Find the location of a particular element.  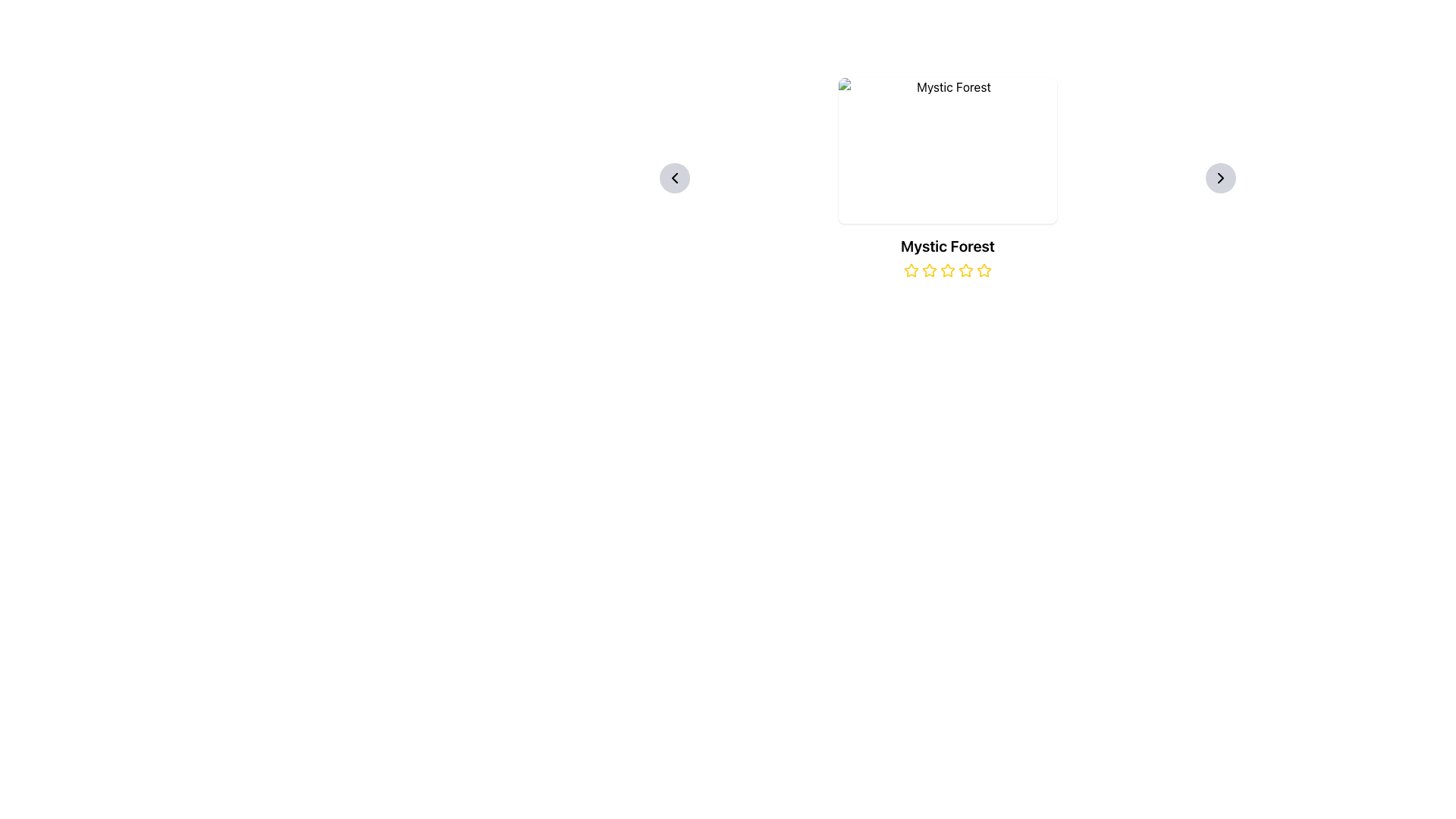

the fourth star icon is located at coordinates (965, 269).